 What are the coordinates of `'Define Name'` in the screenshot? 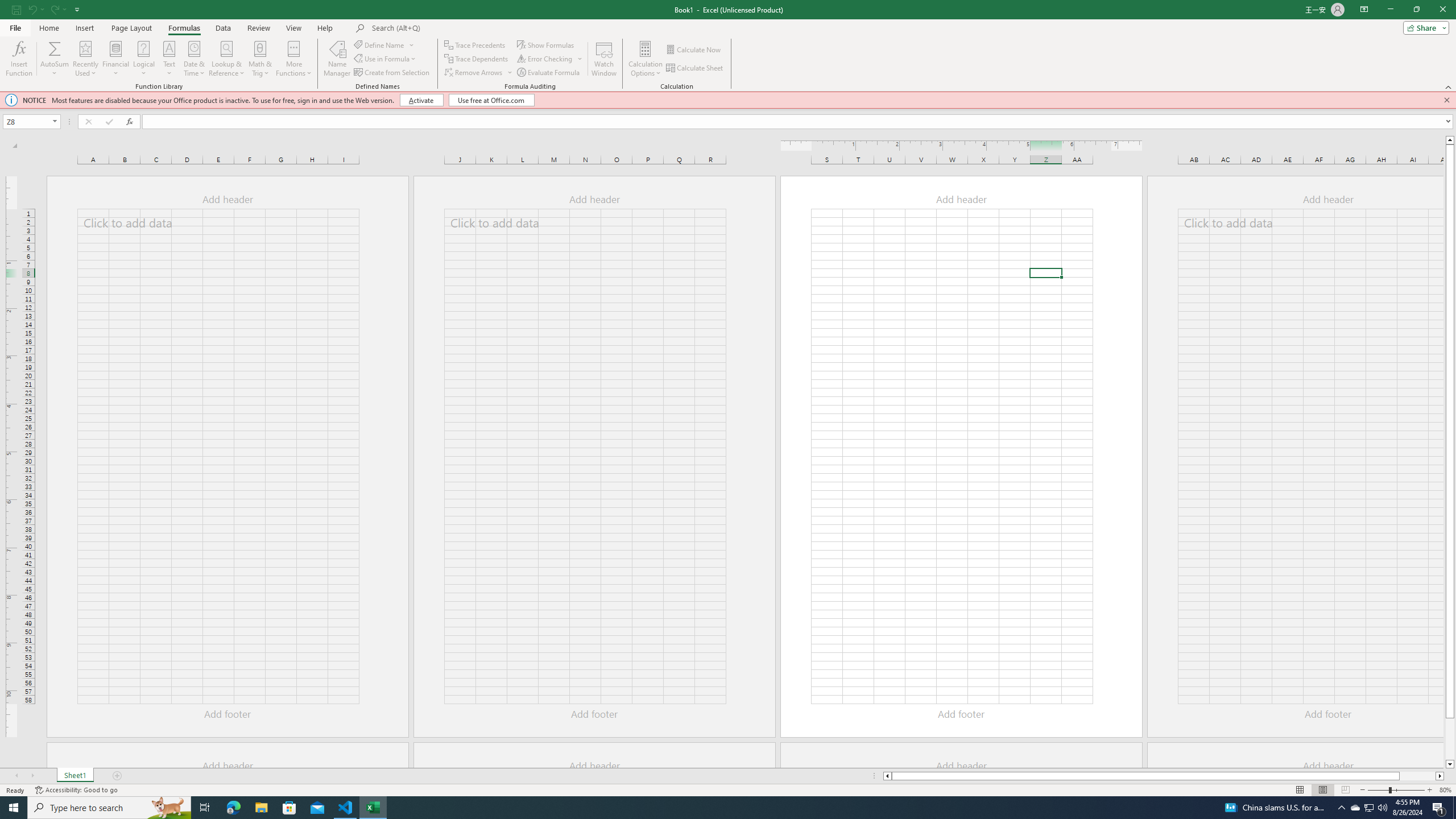 It's located at (383, 44).